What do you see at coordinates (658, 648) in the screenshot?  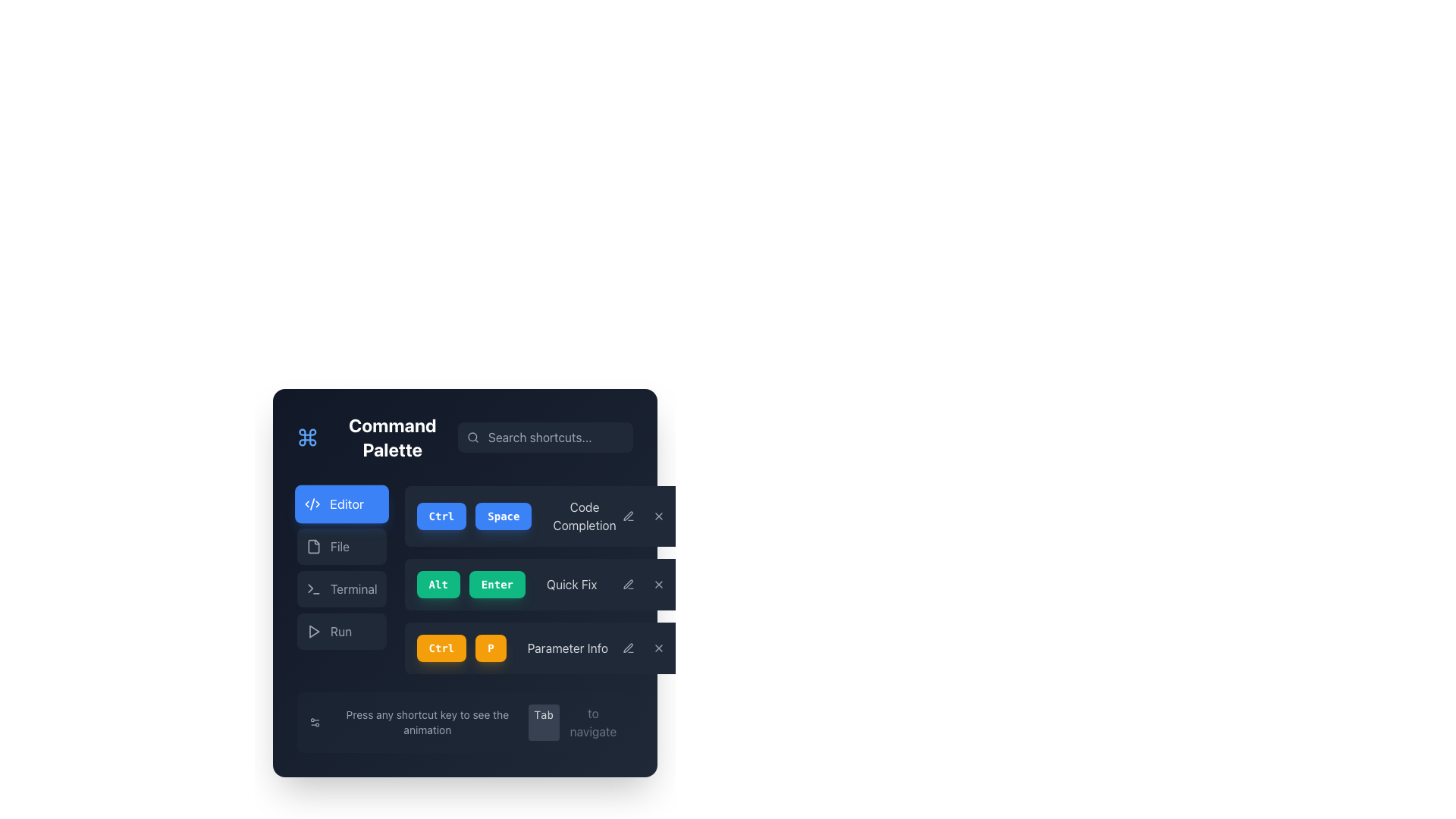 I see `the close Icon Button located in the top-right corner of the 'Parameter Info' row within the Command Palette modal window to trigger hover effects` at bounding box center [658, 648].